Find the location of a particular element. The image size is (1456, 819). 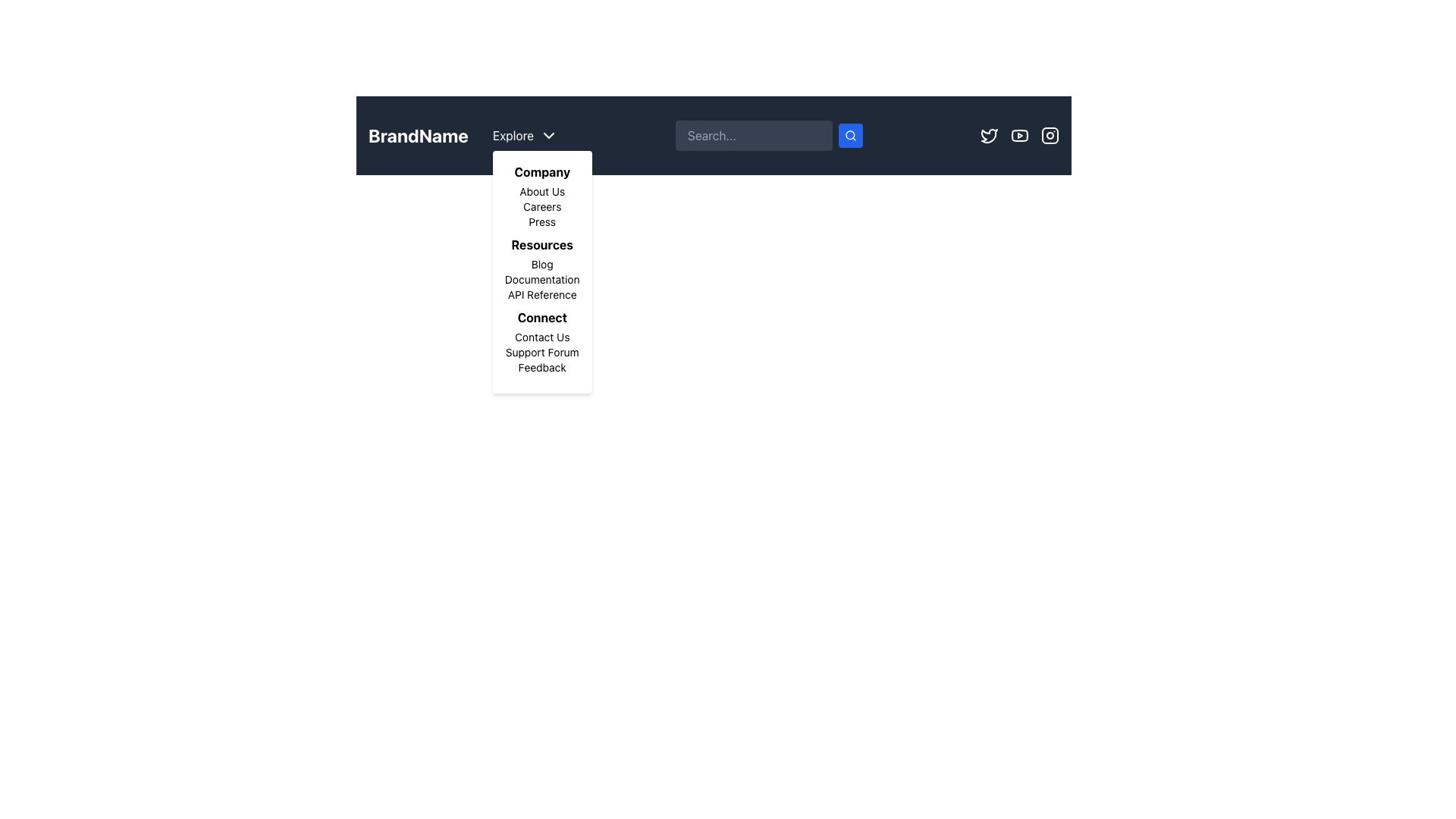

the 'Connect' text label located in the vertical dropdown menu under the 'Resources' section is located at coordinates (542, 317).